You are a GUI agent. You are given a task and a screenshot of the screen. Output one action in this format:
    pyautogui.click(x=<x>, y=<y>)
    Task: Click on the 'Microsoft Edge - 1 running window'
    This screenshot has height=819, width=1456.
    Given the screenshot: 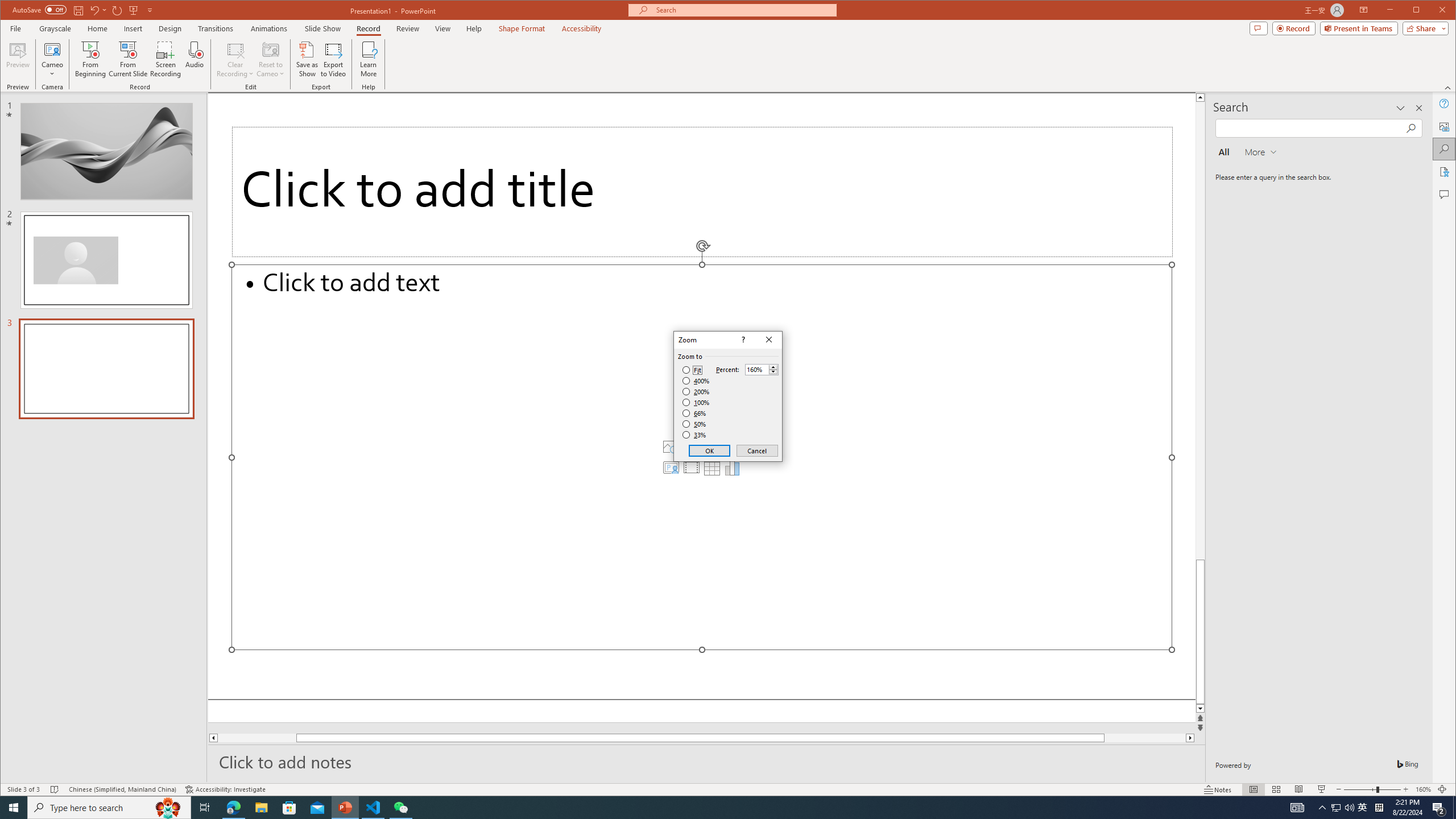 What is the action you would take?
    pyautogui.click(x=233, y=806)
    